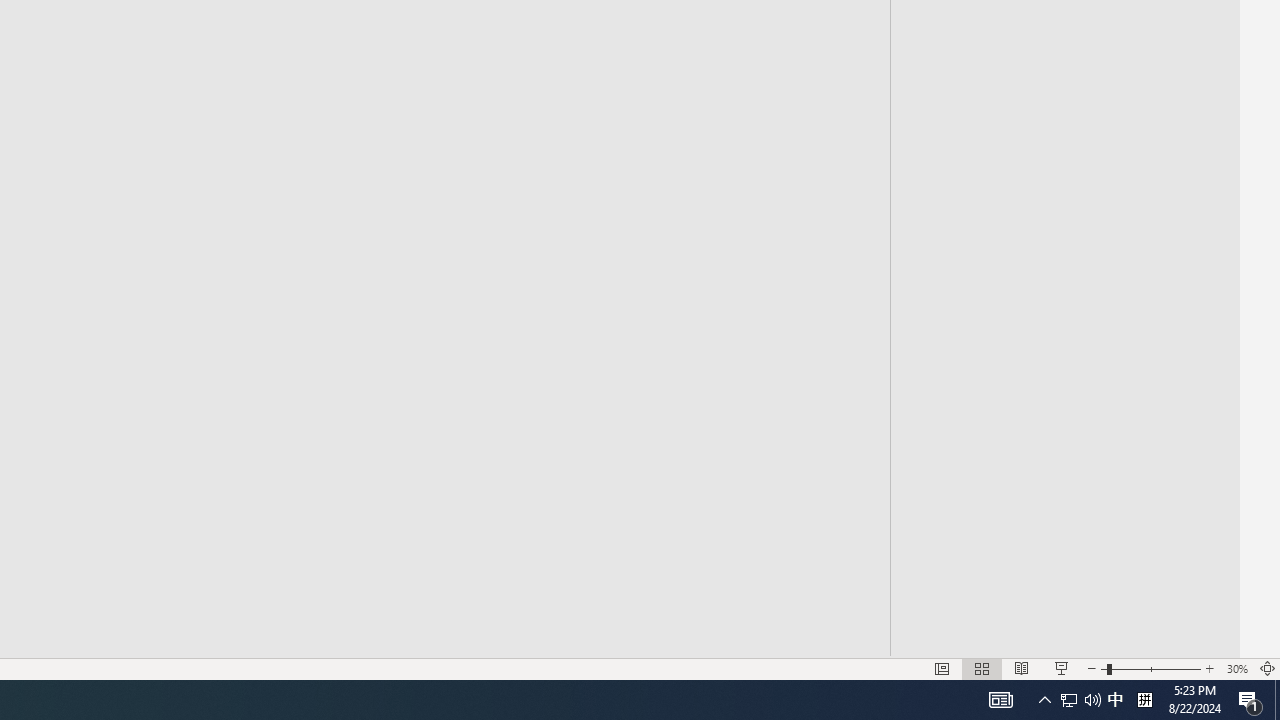  Describe the element at coordinates (1236, 669) in the screenshot. I see `'Zoom 30%'` at that location.